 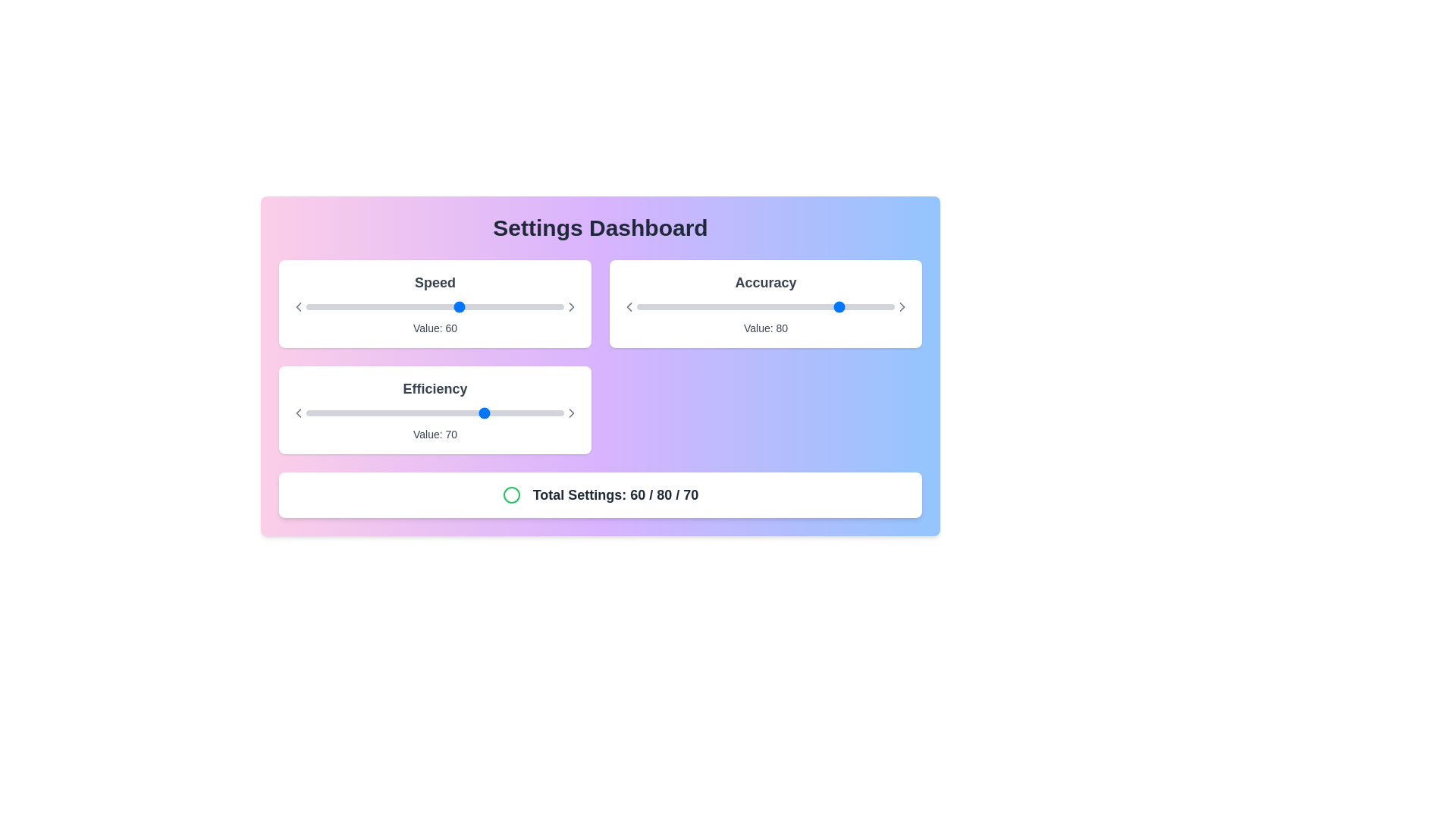 What do you see at coordinates (538, 307) in the screenshot?
I see `the speed slider` at bounding box center [538, 307].